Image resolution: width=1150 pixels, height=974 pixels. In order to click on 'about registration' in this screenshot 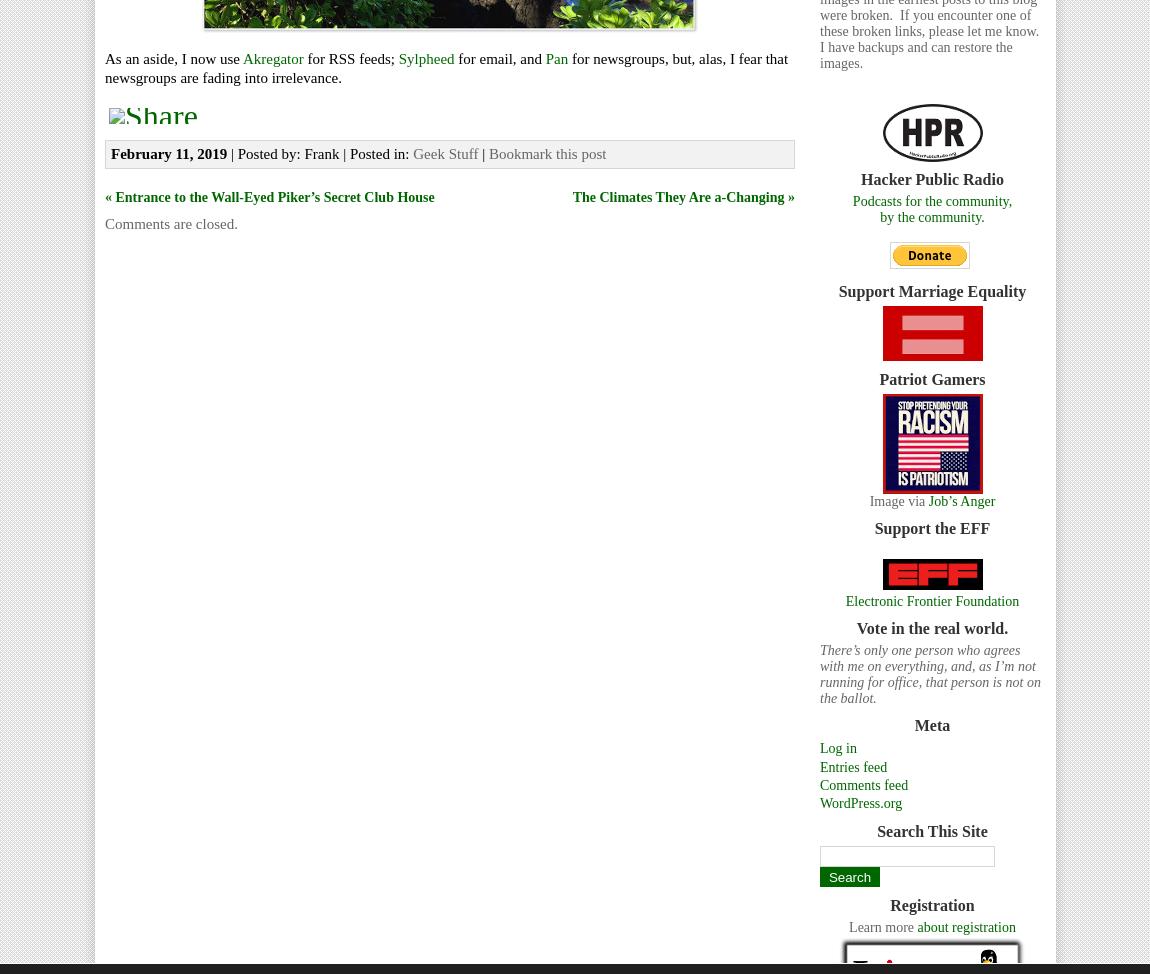, I will do `click(966, 926)`.